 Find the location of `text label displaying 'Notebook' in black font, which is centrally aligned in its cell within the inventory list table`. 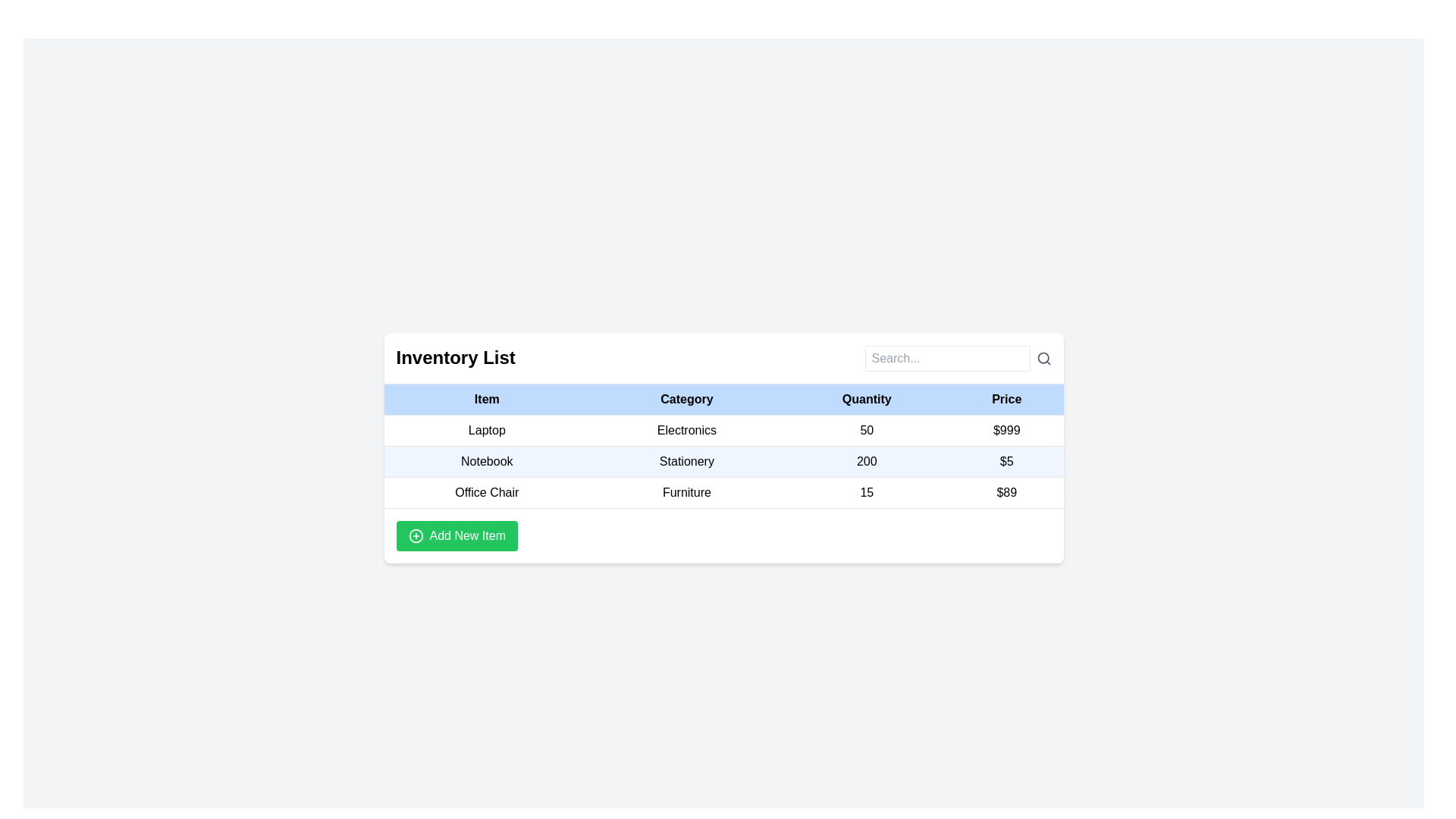

text label displaying 'Notebook' in black font, which is centrally aligned in its cell within the inventory list table is located at coordinates (487, 460).